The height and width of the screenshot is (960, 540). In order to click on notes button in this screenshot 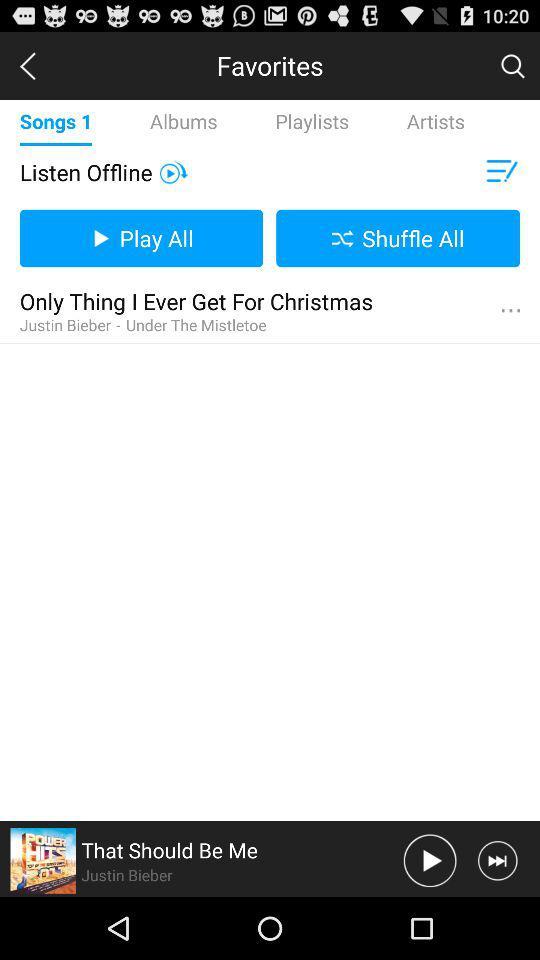, I will do `click(499, 171)`.